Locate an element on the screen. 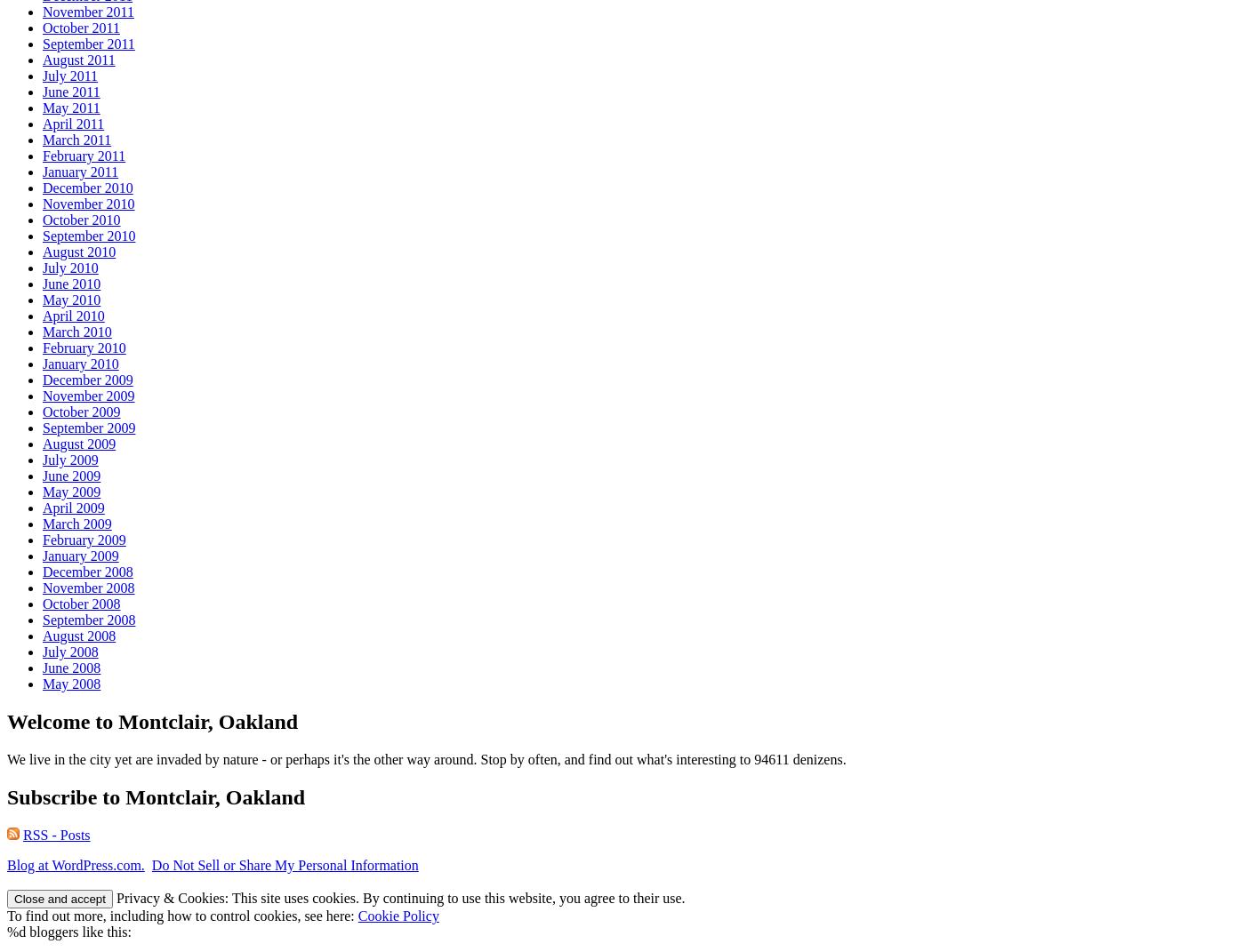  'May 2009' is located at coordinates (43, 492).